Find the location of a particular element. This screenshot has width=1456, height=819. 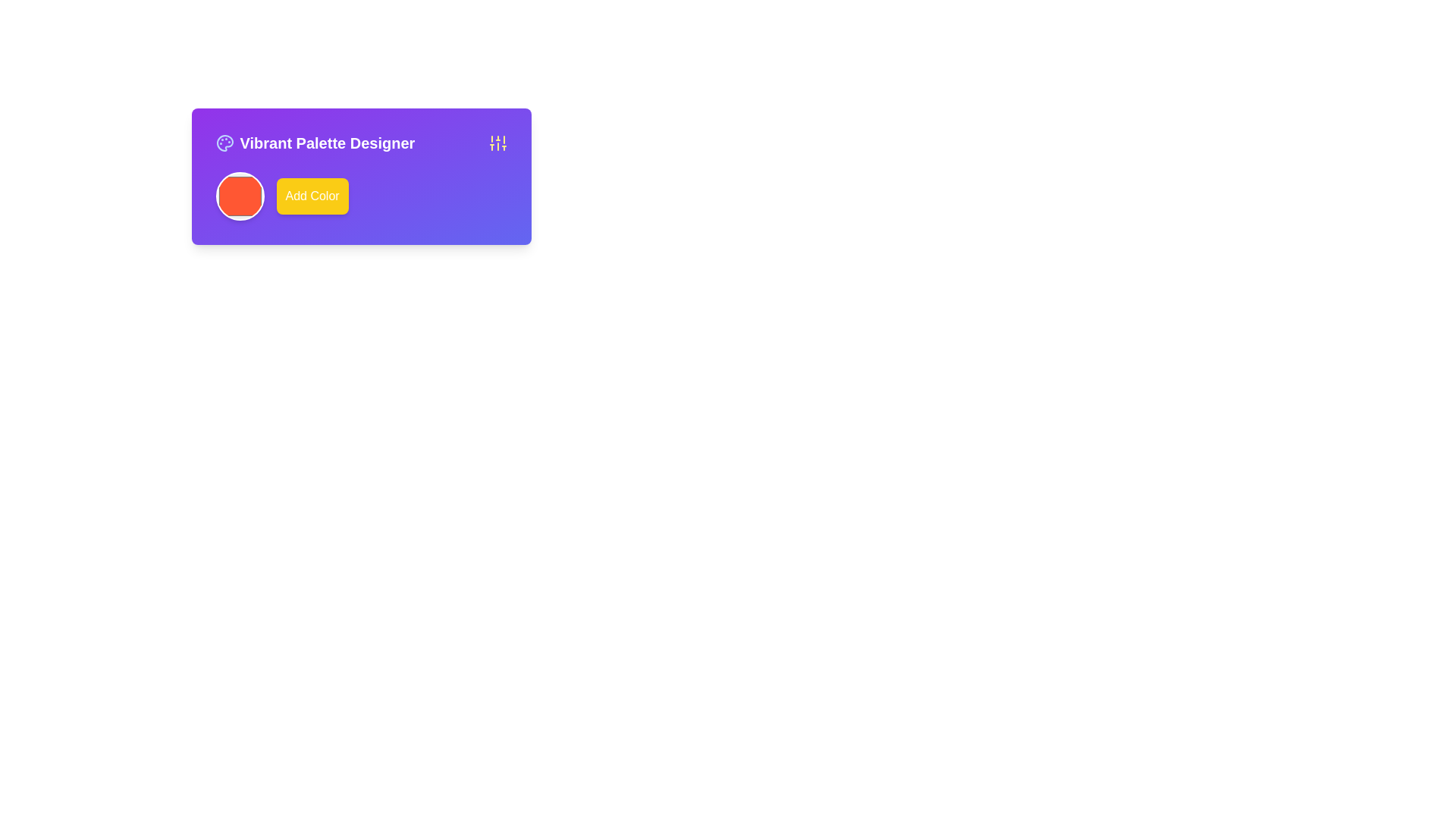

the Header element that serves as the title or header of the section, indicating the purpose or context of the content within this interface is located at coordinates (360, 143).